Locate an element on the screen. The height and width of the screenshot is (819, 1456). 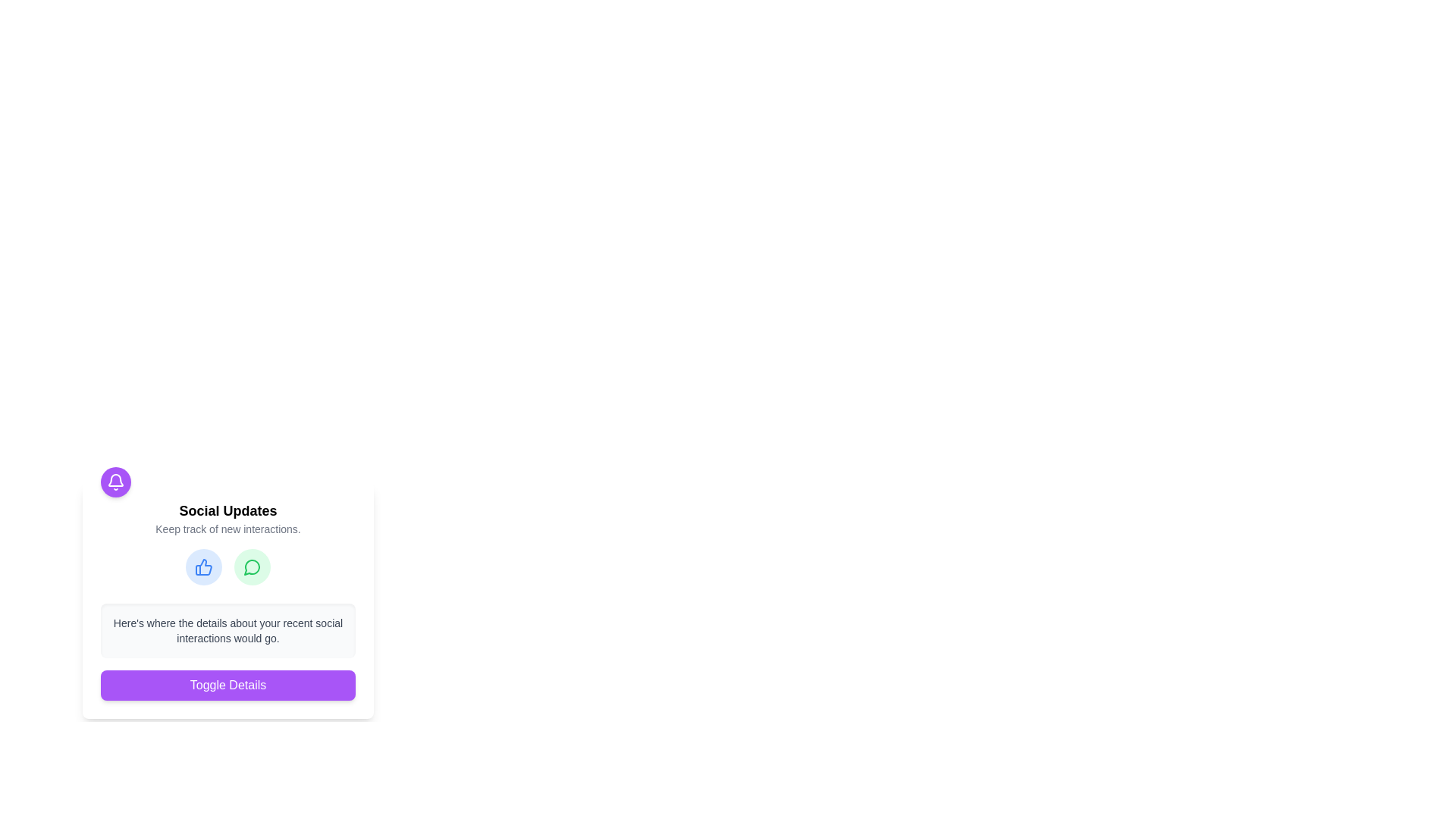
the Text Label that serves as a descriptive subtitle under the heading 'Social Updates' is located at coordinates (227, 529).